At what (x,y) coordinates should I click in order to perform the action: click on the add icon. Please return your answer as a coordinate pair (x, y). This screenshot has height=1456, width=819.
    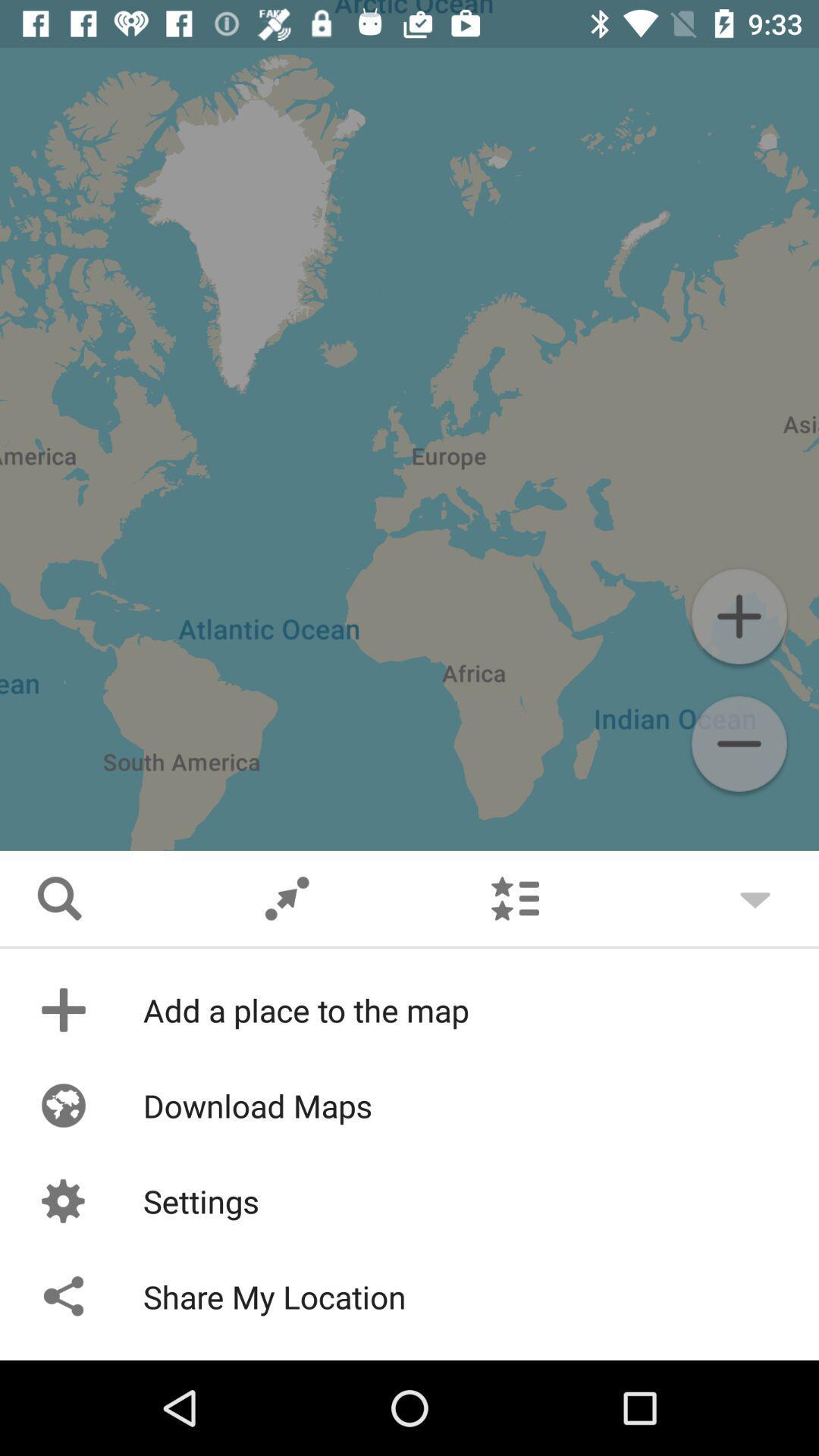
    Looking at the image, I should click on (739, 616).